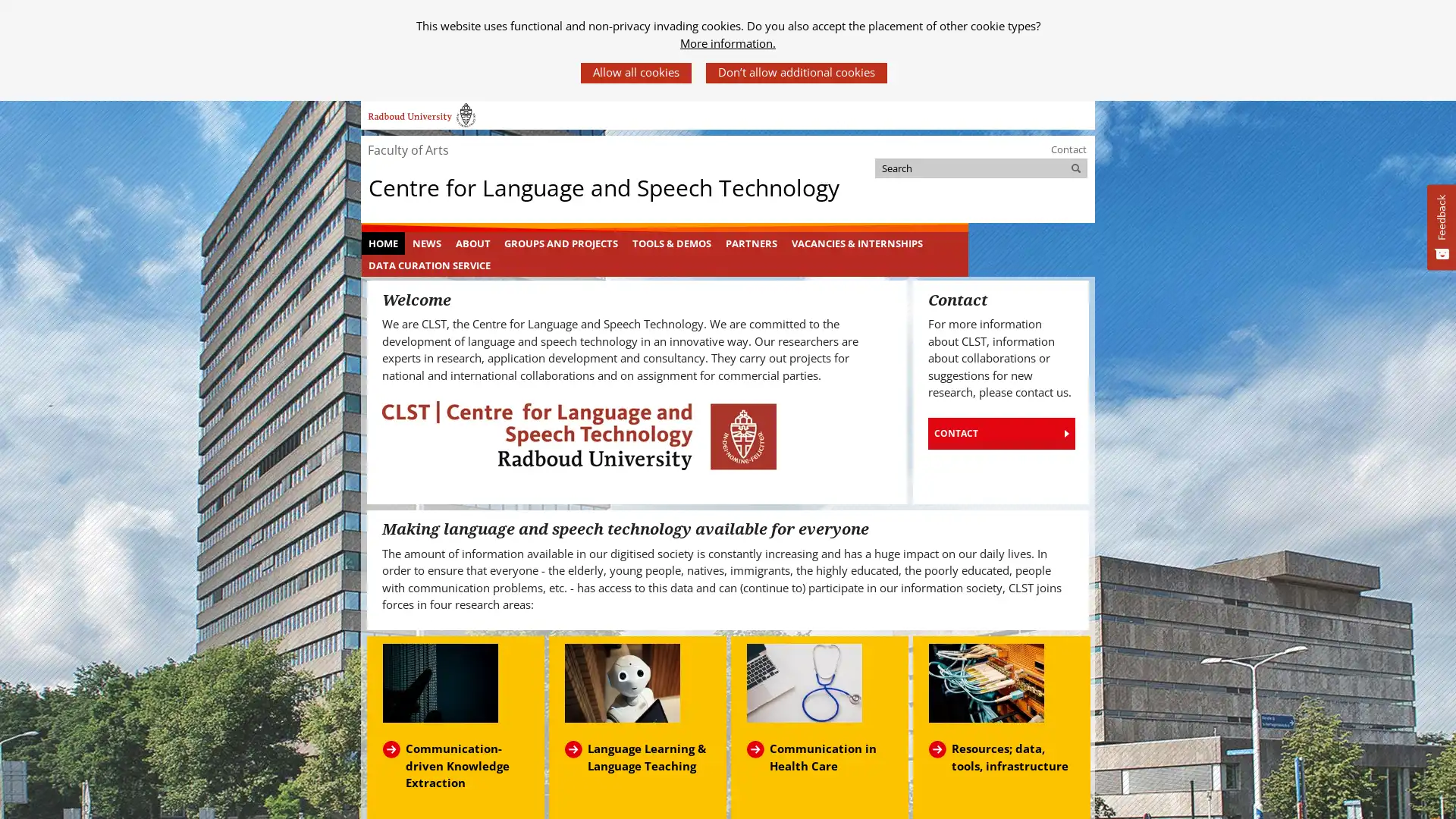 The width and height of the screenshot is (1456, 819). Describe the element at coordinates (635, 73) in the screenshot. I see `Allow all cookies` at that location.